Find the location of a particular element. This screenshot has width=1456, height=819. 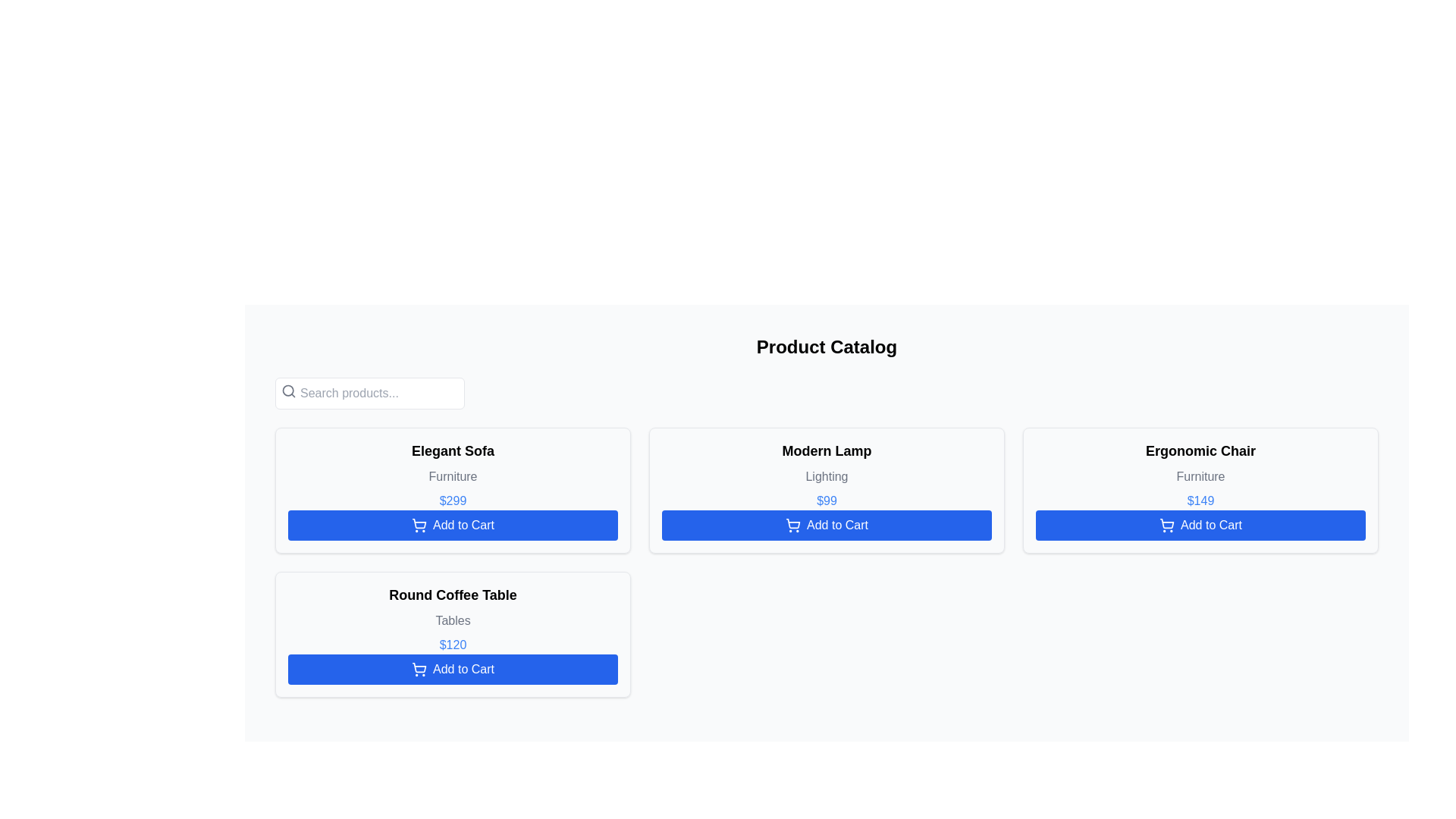

the text label displaying 'Round Coffee Table' and 'Tables' is located at coordinates (452, 607).